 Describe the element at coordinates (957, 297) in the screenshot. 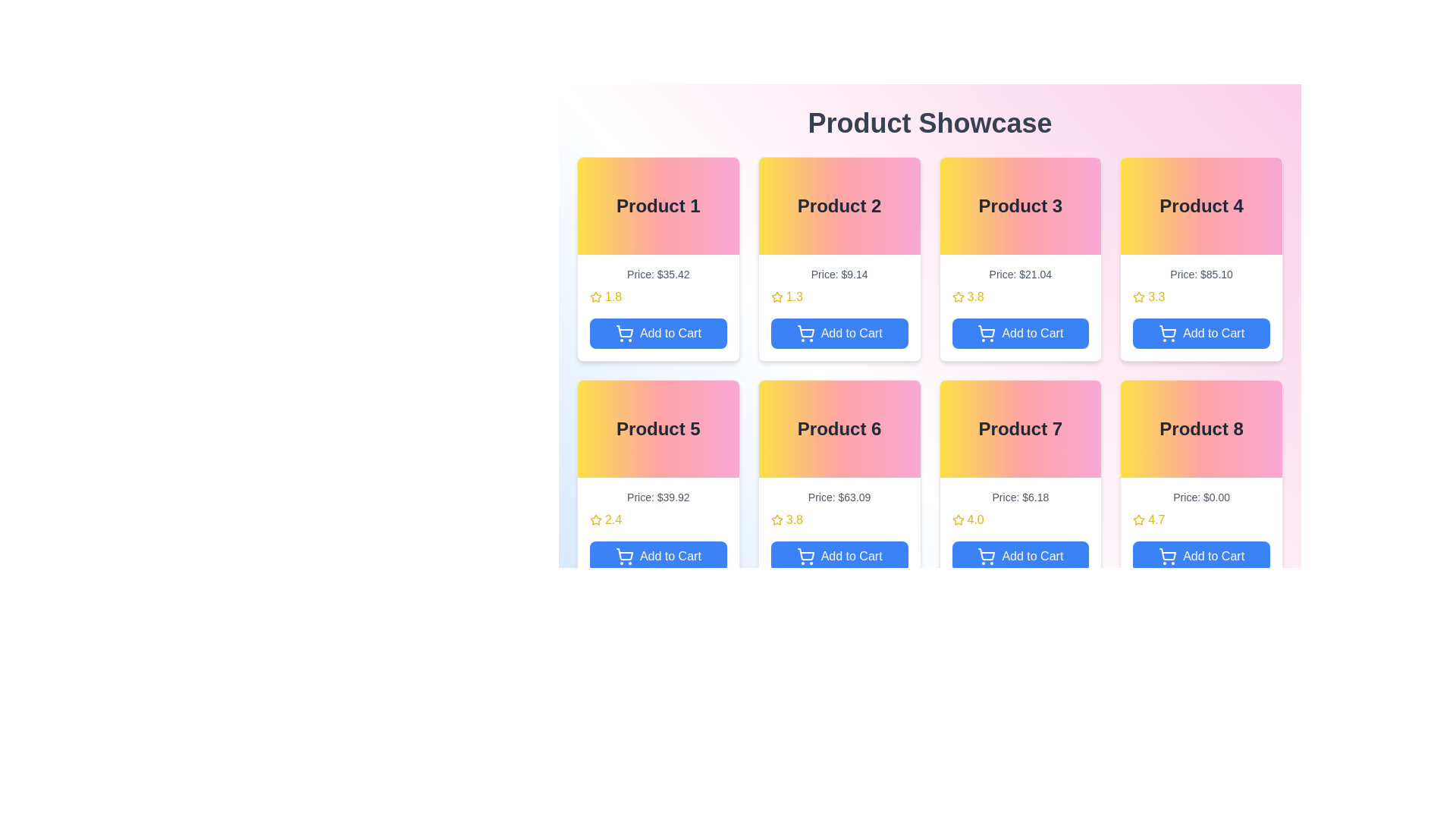

I see `the star icon in the rating section of 'Product 3'` at that location.